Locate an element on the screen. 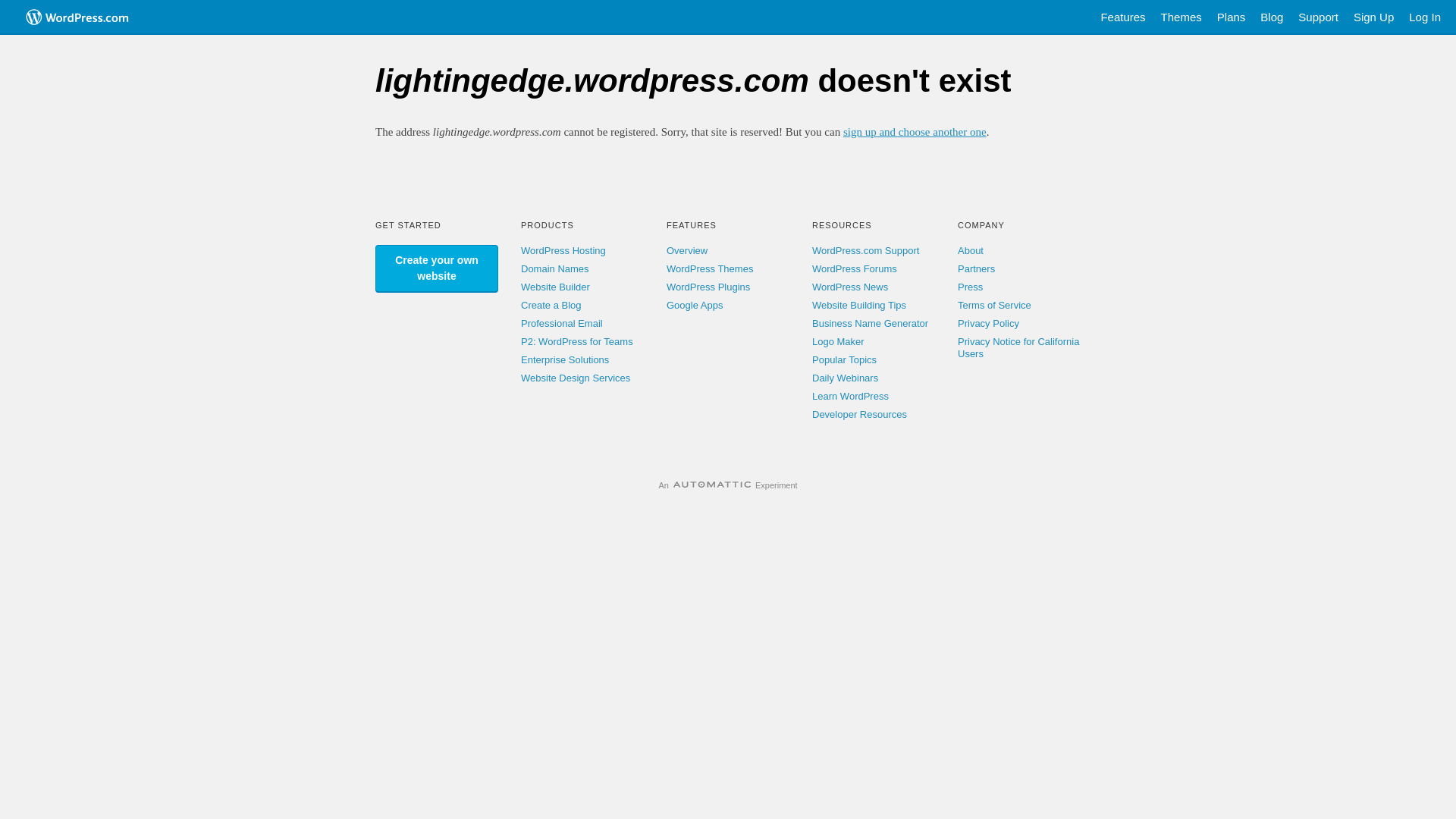  'Log In' is located at coordinates (1423, 17).